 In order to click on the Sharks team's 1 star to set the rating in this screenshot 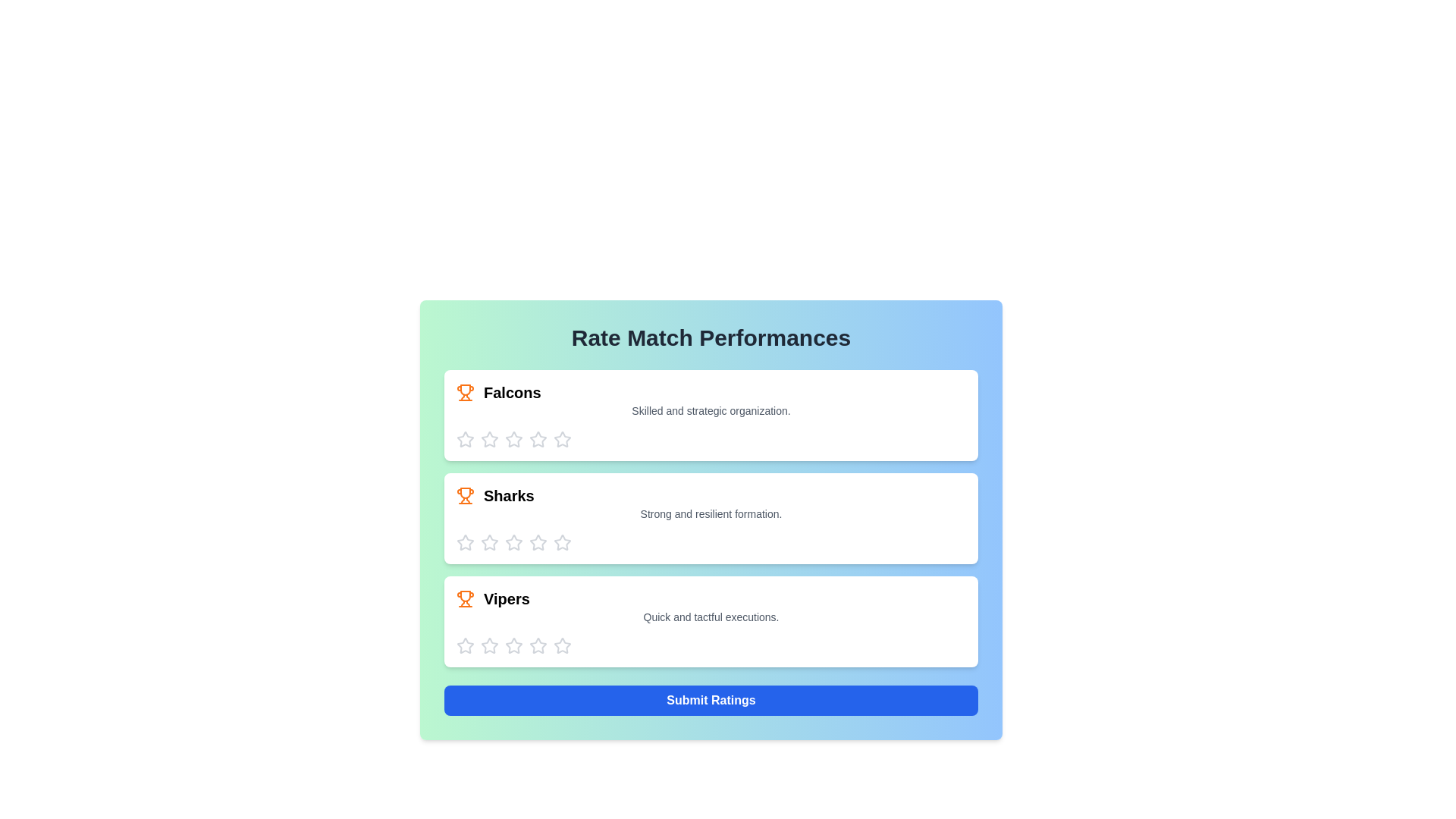, I will do `click(465, 542)`.